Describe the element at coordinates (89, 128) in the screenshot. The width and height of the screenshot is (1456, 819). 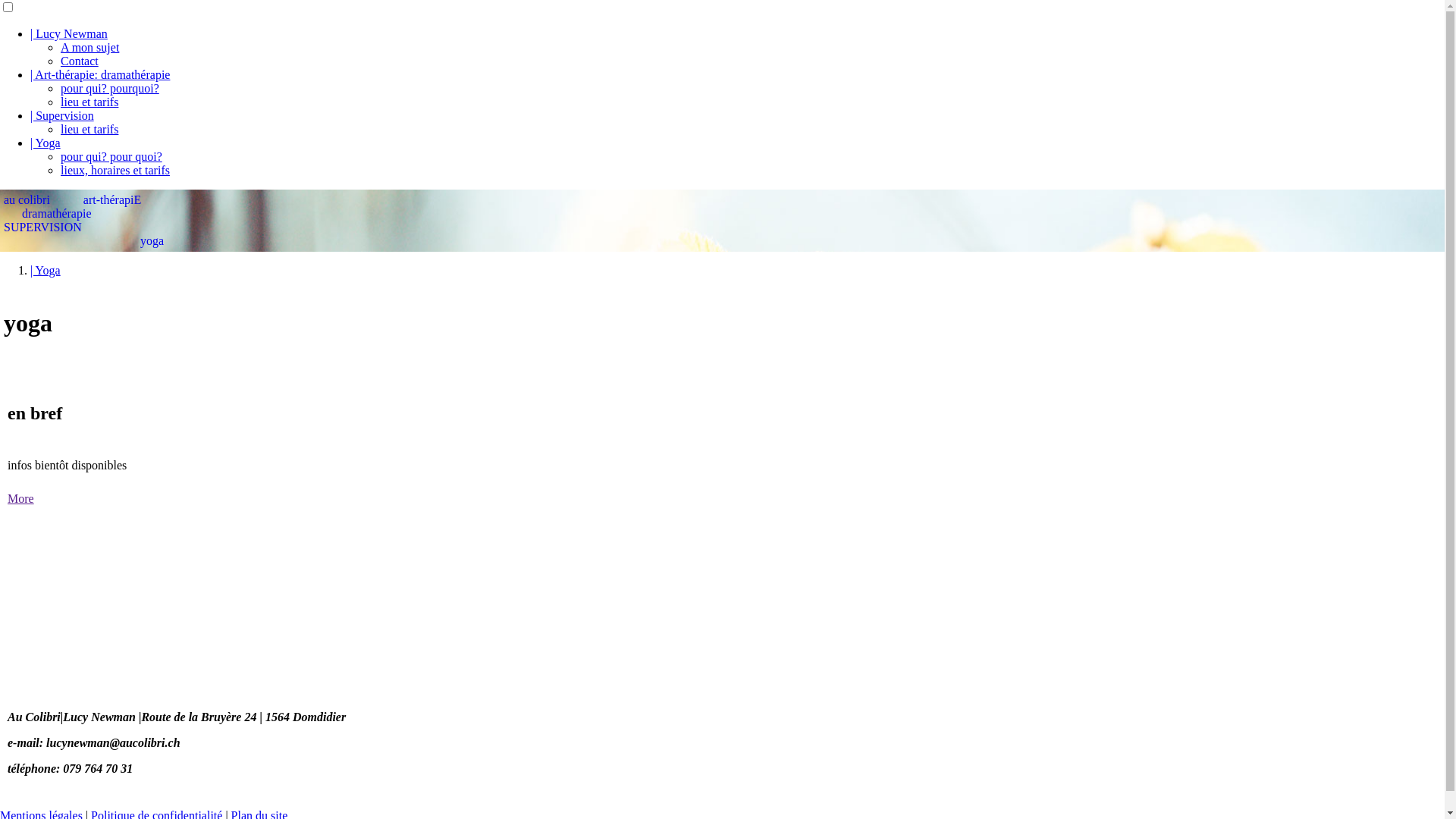
I see `'lieu et tarifs'` at that location.